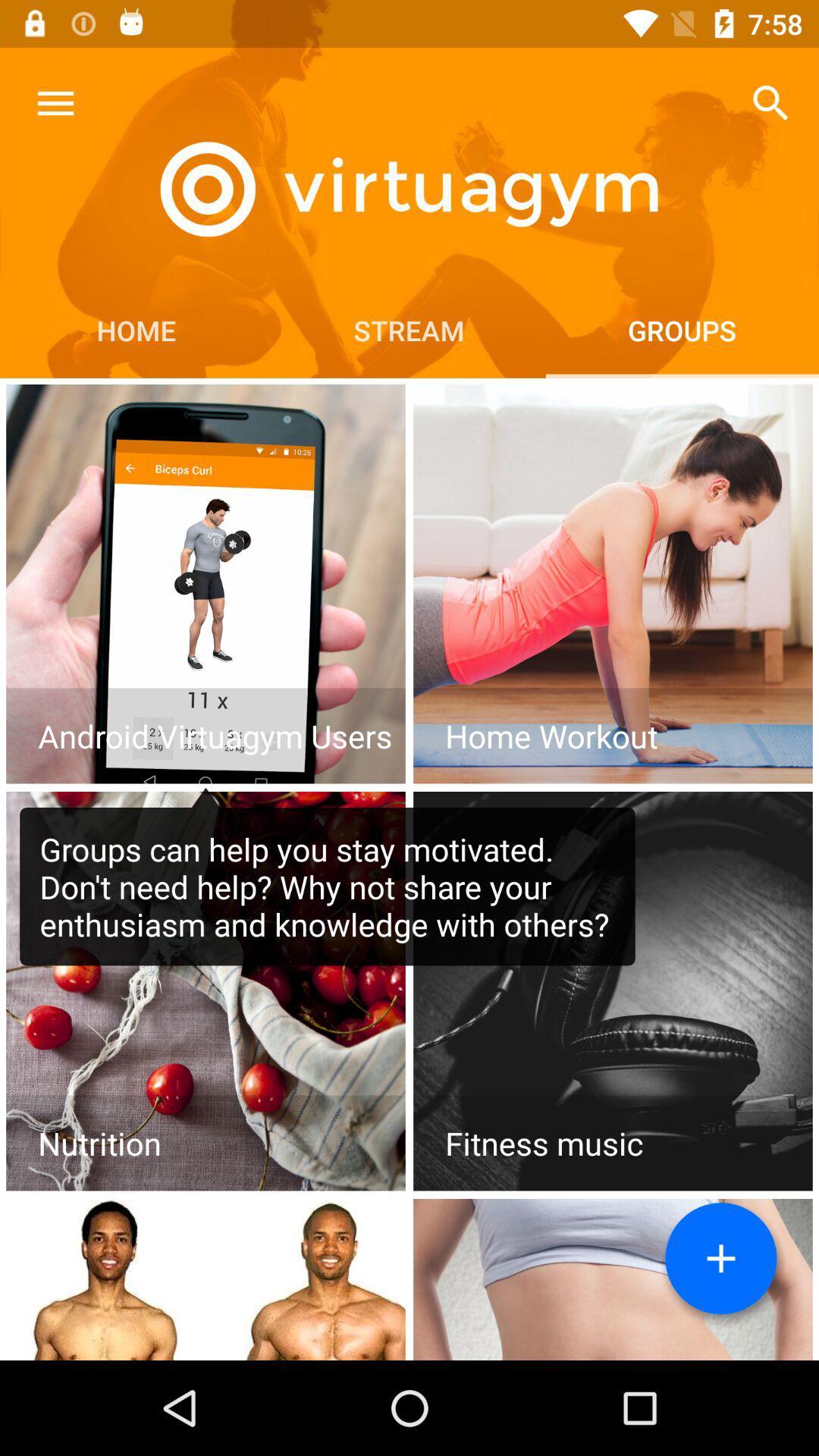 Image resolution: width=819 pixels, height=1456 pixels. I want to click on access nutrition, so click(206, 991).